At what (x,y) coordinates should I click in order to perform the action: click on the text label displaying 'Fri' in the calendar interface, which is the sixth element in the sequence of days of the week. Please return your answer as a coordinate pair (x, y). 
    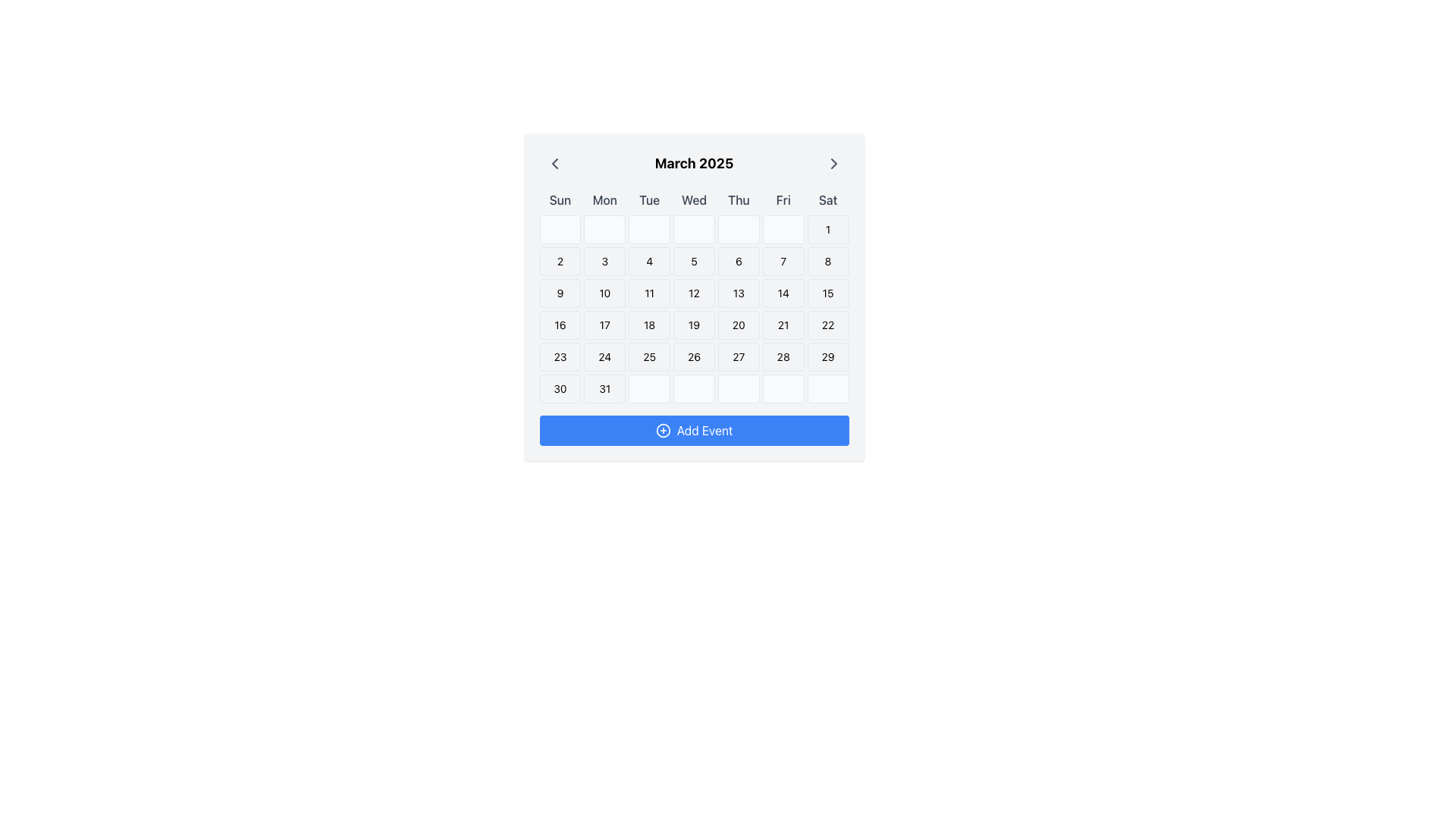
    Looking at the image, I should click on (783, 199).